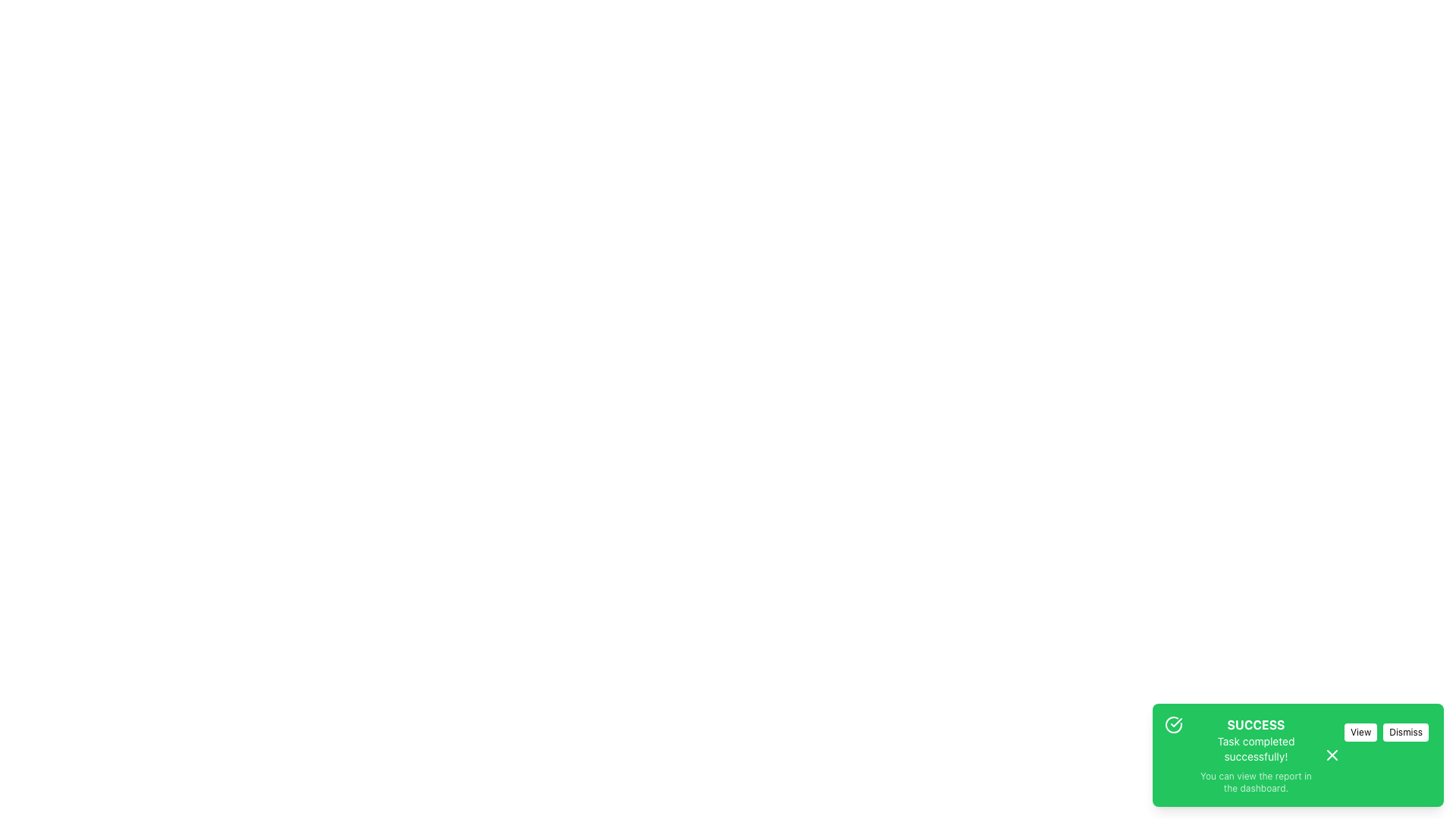 The height and width of the screenshot is (819, 1456). Describe the element at coordinates (1331, 755) in the screenshot. I see `the close icon button located in the bottom-right corner of the green notification box that contains the text 'SUCCESS Task completed successfully!'` at that location.